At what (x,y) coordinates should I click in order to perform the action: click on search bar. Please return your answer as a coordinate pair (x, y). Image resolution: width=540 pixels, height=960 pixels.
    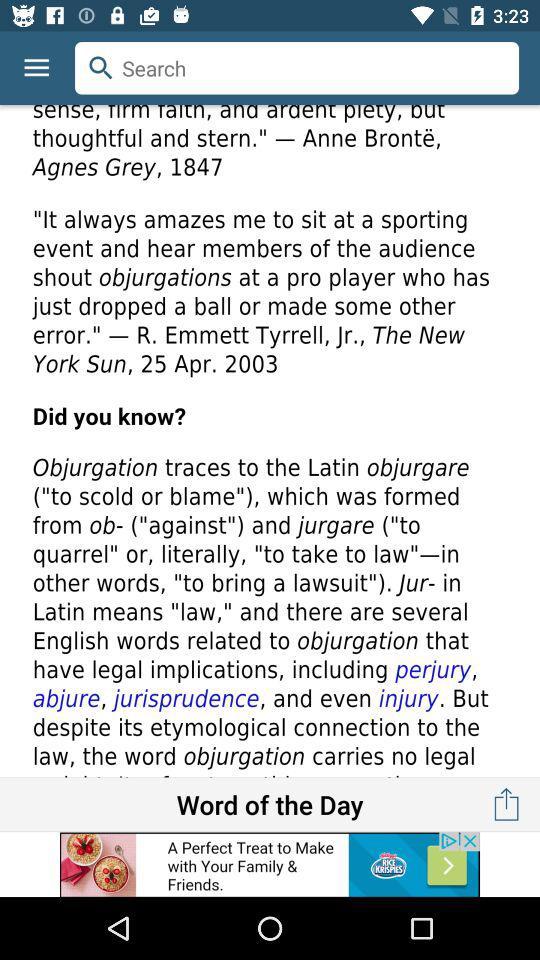
    Looking at the image, I should click on (296, 68).